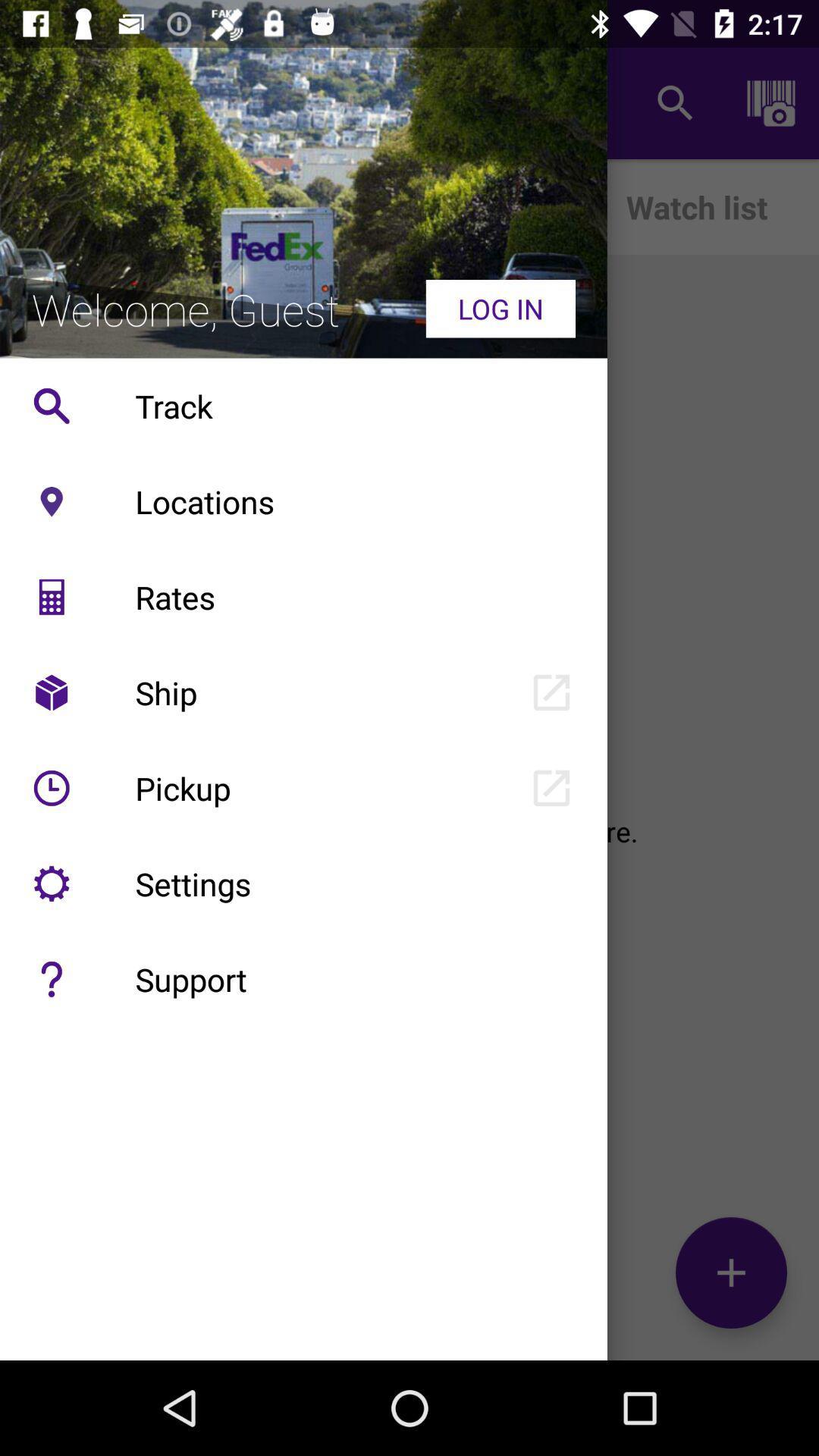 This screenshot has height=1456, width=819. I want to click on the support option from the bottom, so click(51, 979).